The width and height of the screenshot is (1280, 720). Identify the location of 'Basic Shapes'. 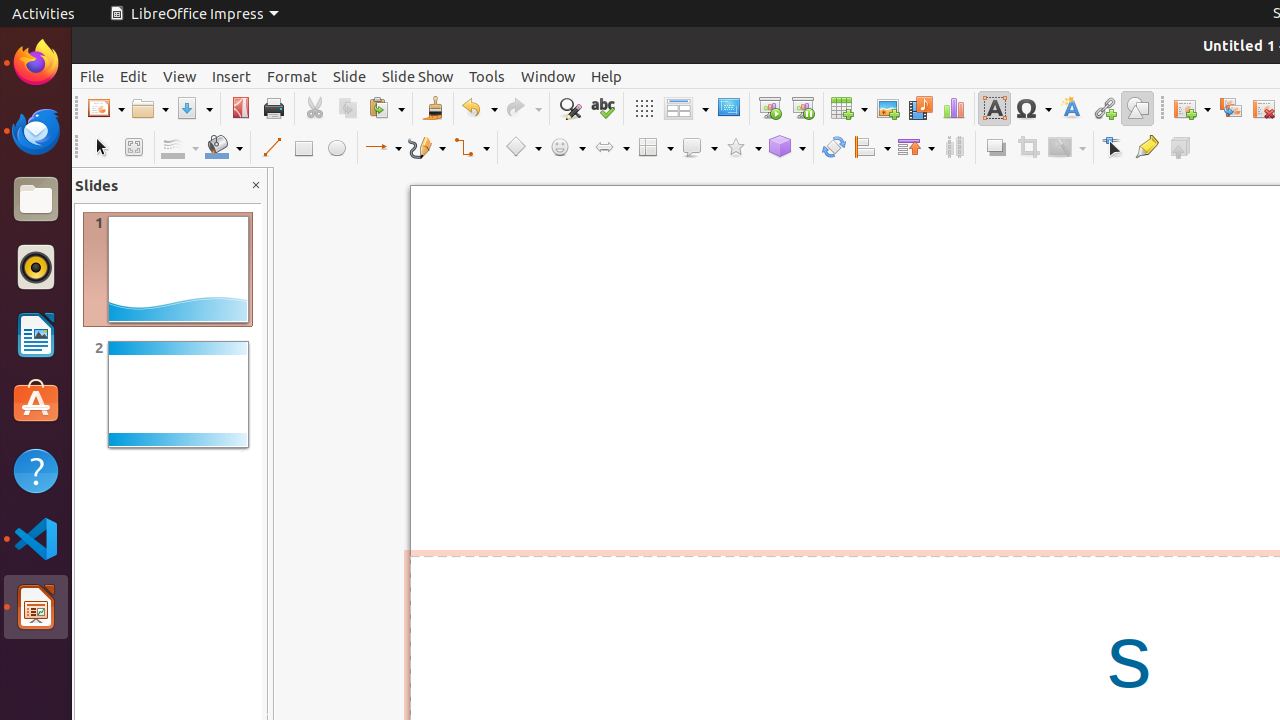
(523, 146).